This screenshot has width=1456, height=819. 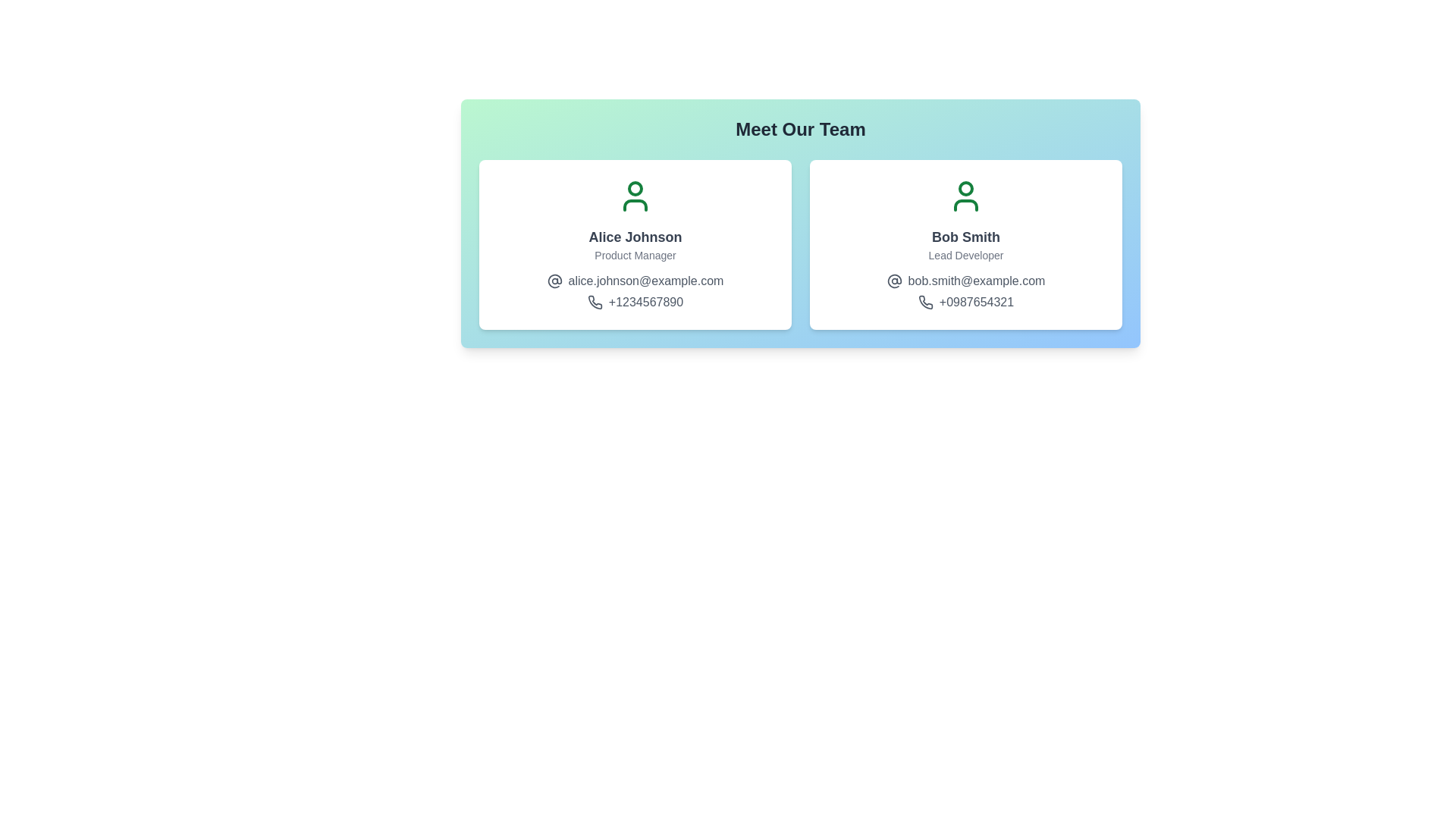 What do you see at coordinates (976, 302) in the screenshot?
I see `the phone number text label displayed in gray font color, located in the lower-right corner of Bob Smith's user card, below the email address and to the right of the phone icon` at bounding box center [976, 302].